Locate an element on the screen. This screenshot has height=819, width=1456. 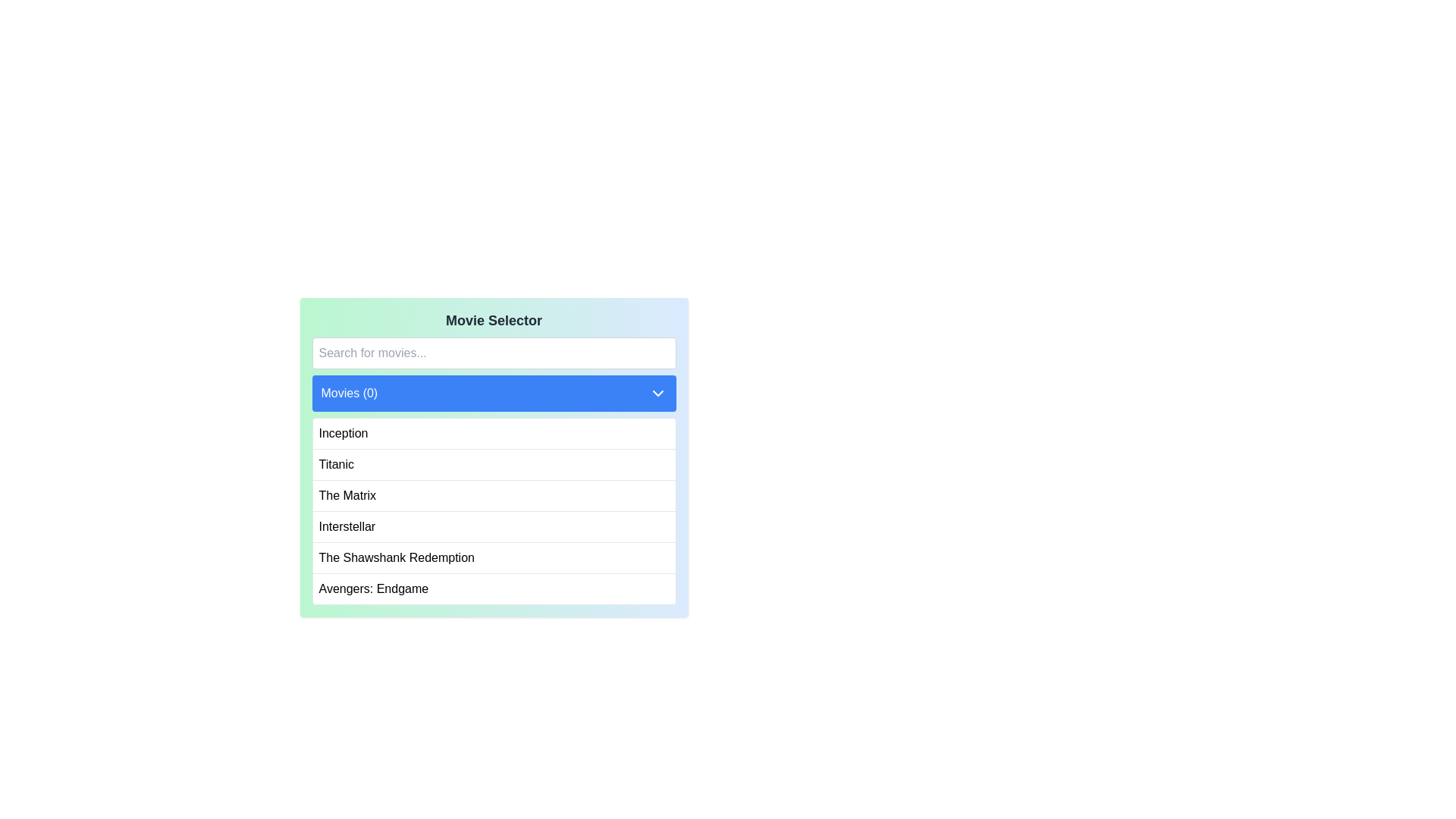
the third list item labeled 'The Matrix' in the 'Movie Selector' interface, which is positioned below 'Inception' and 'Titanic' and above 'Interstellar' is located at coordinates (494, 495).